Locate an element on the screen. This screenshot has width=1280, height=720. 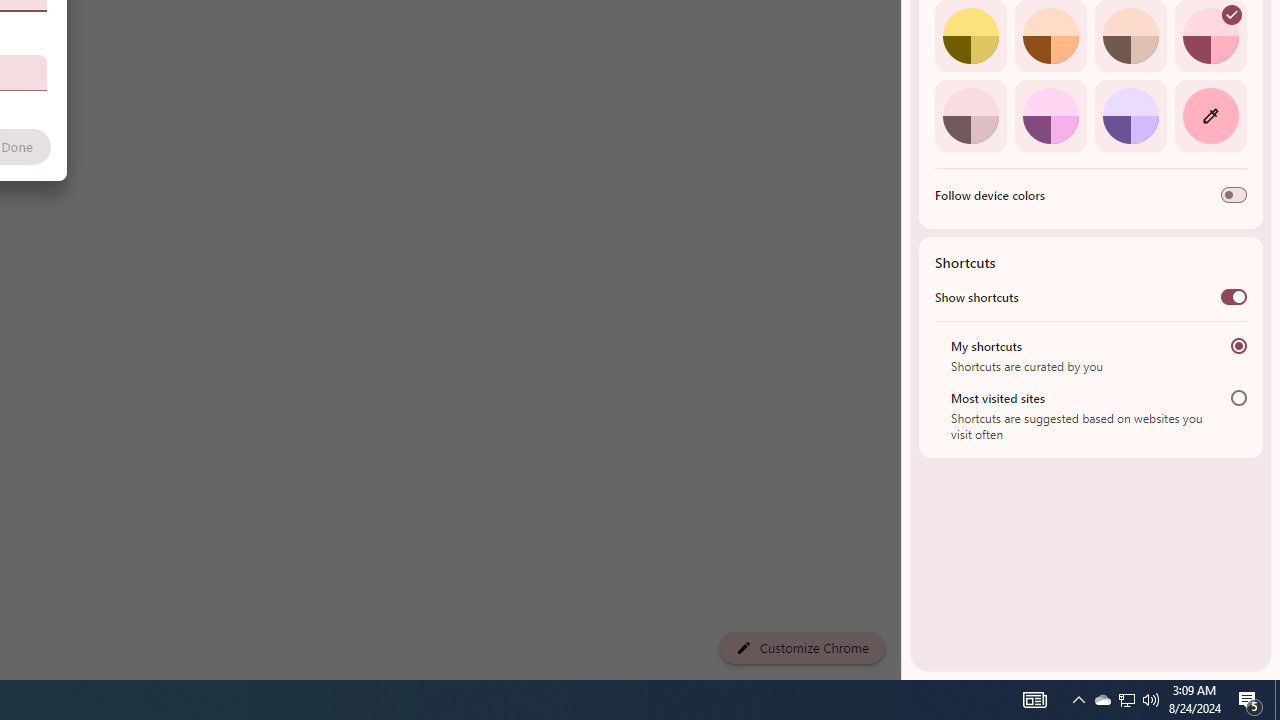
'Rose' is located at coordinates (1209, 36).